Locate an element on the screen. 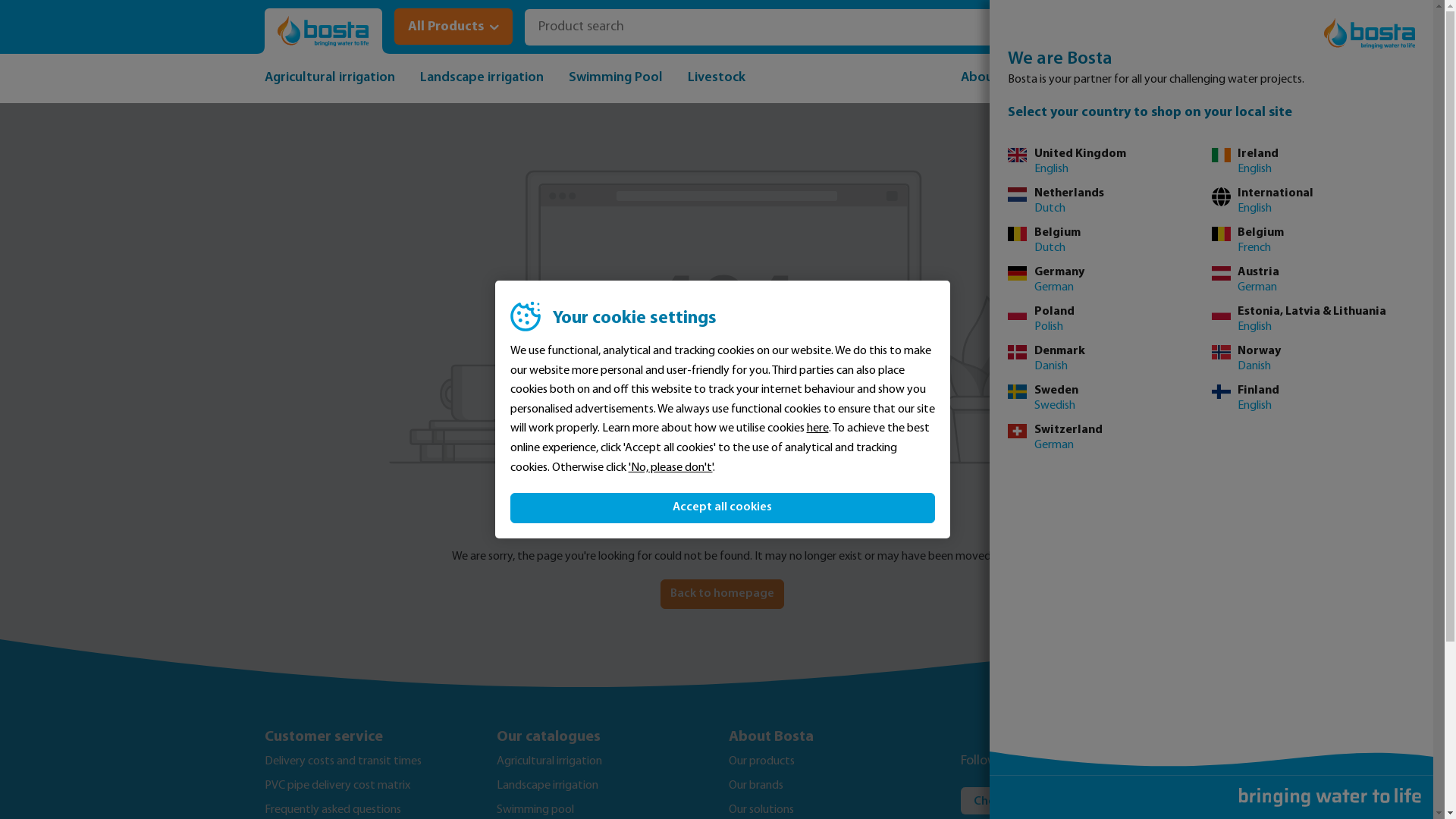 The height and width of the screenshot is (819, 1456). 'Frequently asked questions' is located at coordinates (331, 809).